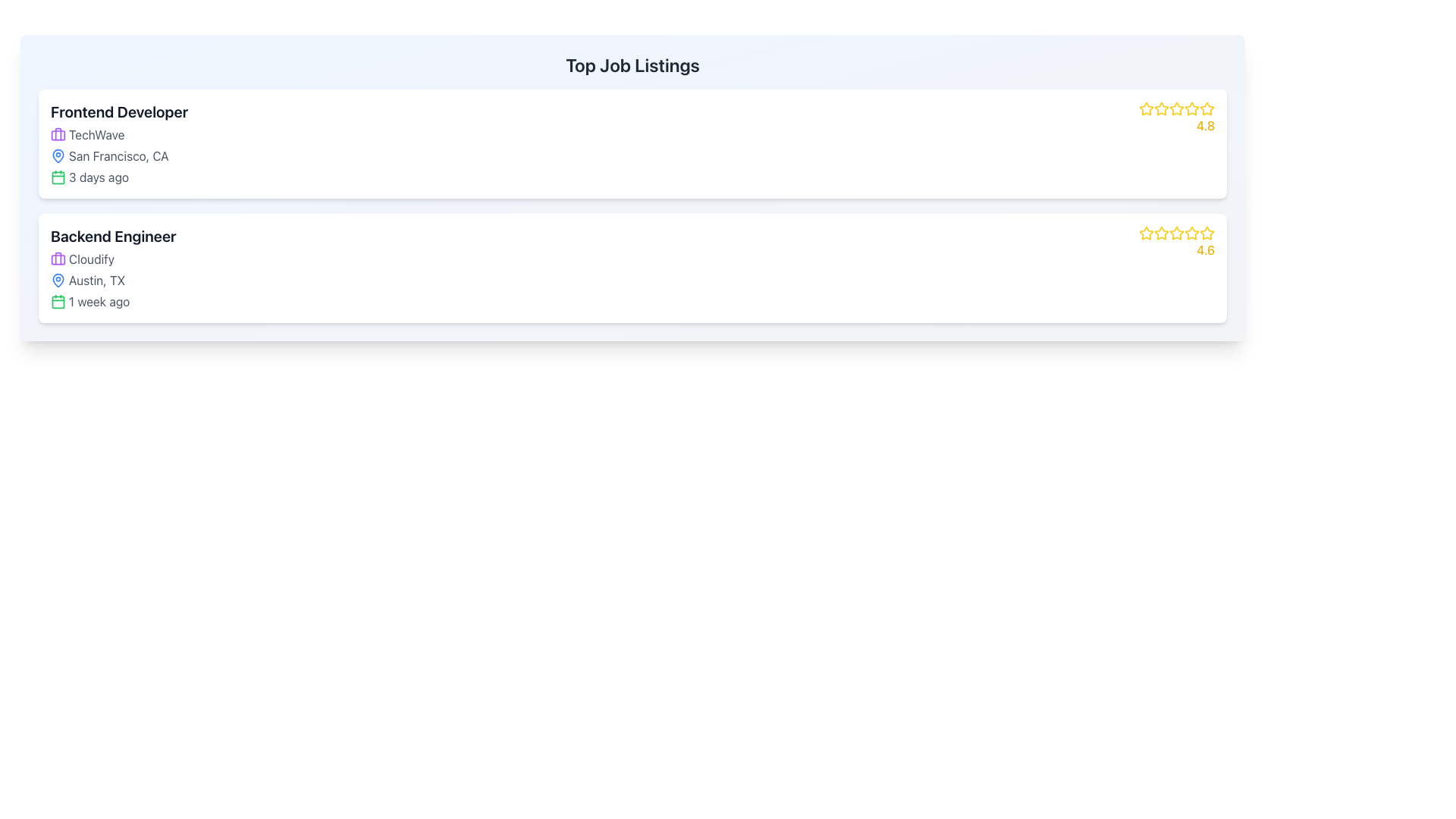 Image resolution: width=1456 pixels, height=819 pixels. What do you see at coordinates (118, 143) in the screenshot?
I see `the Text and Icon Group containing the title 'Frontend Developer', the company name 'TechWave', location 'San Francisco, CA', and the date '3 days ago'` at bounding box center [118, 143].